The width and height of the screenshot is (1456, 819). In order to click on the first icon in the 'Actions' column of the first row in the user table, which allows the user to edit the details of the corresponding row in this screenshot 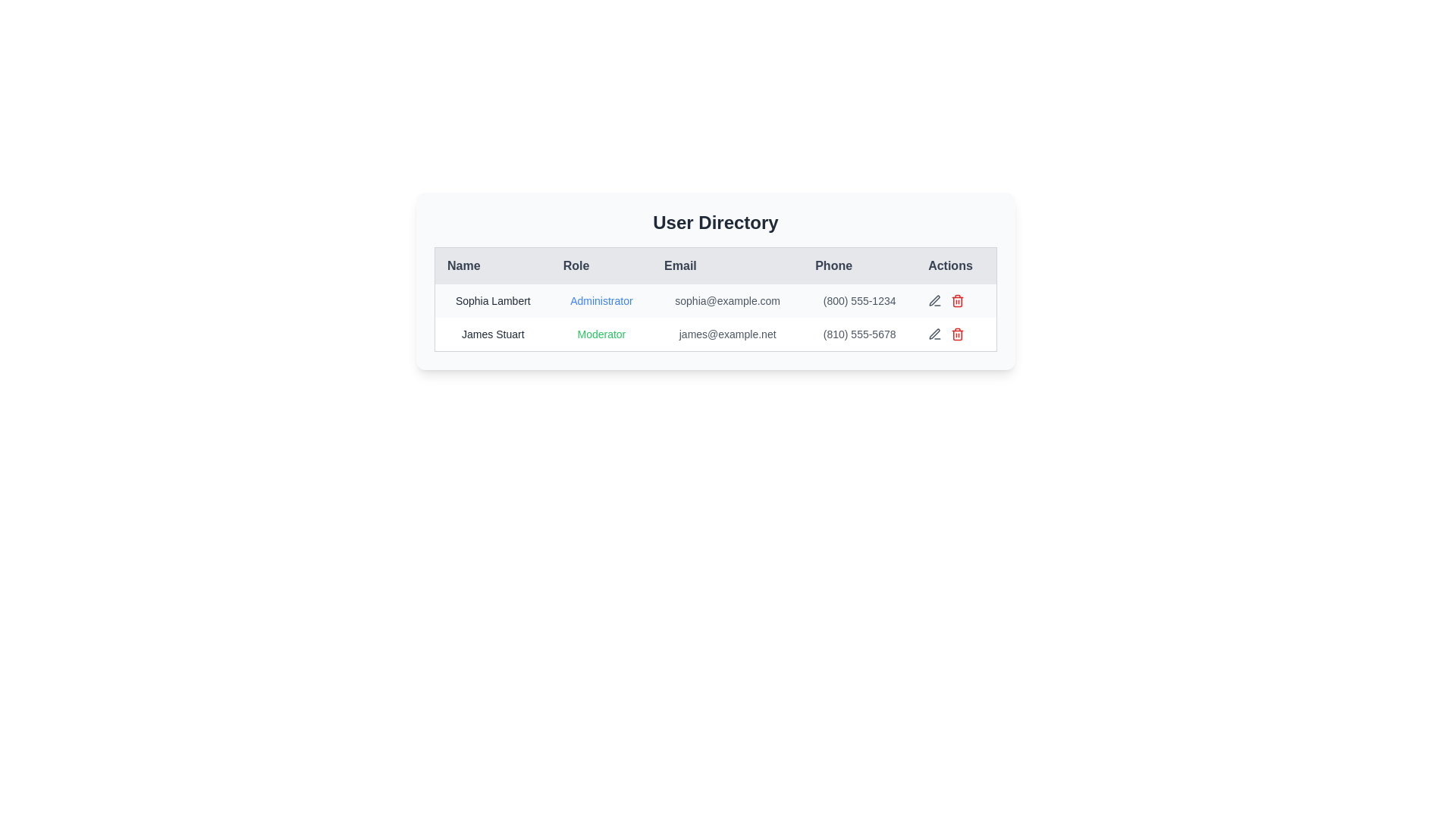, I will do `click(934, 333)`.